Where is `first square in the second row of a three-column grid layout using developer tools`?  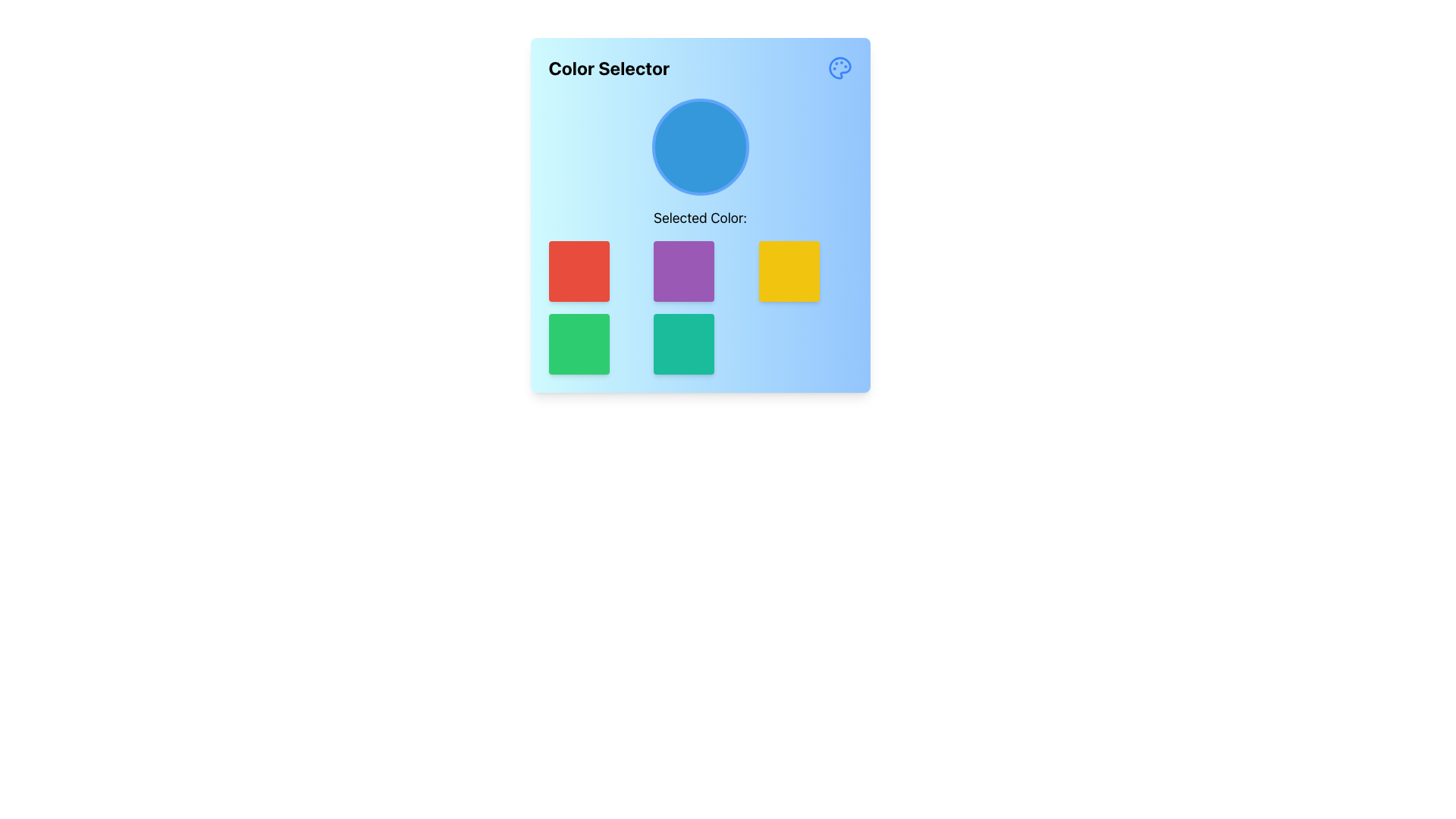
first square in the second row of a three-column grid layout using developer tools is located at coordinates (593, 344).